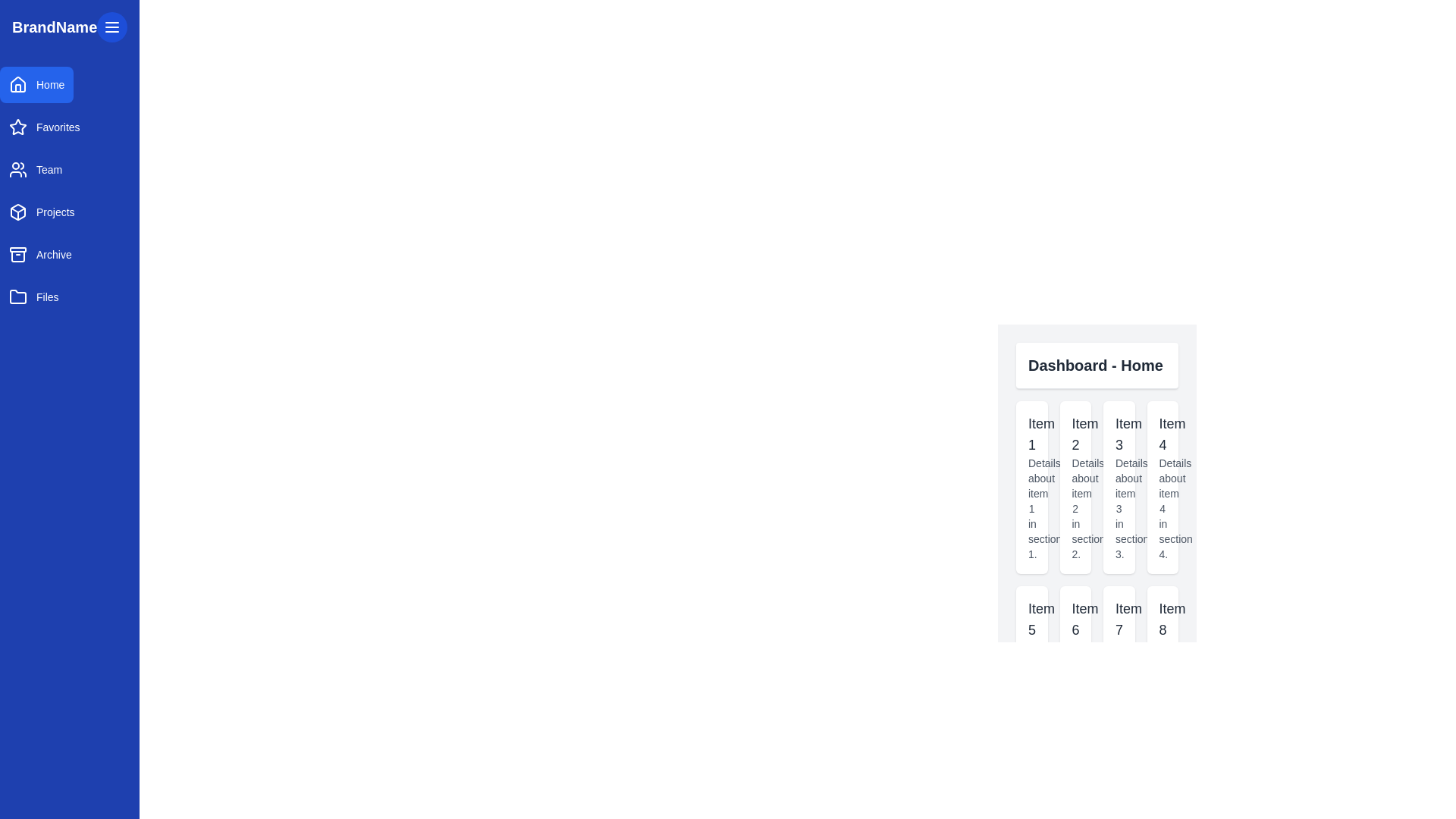  What do you see at coordinates (1075, 435) in the screenshot?
I see `the text label 'Item 2' located in the Dashboard - Home section, which is displayed in a medium-sized bold font` at bounding box center [1075, 435].